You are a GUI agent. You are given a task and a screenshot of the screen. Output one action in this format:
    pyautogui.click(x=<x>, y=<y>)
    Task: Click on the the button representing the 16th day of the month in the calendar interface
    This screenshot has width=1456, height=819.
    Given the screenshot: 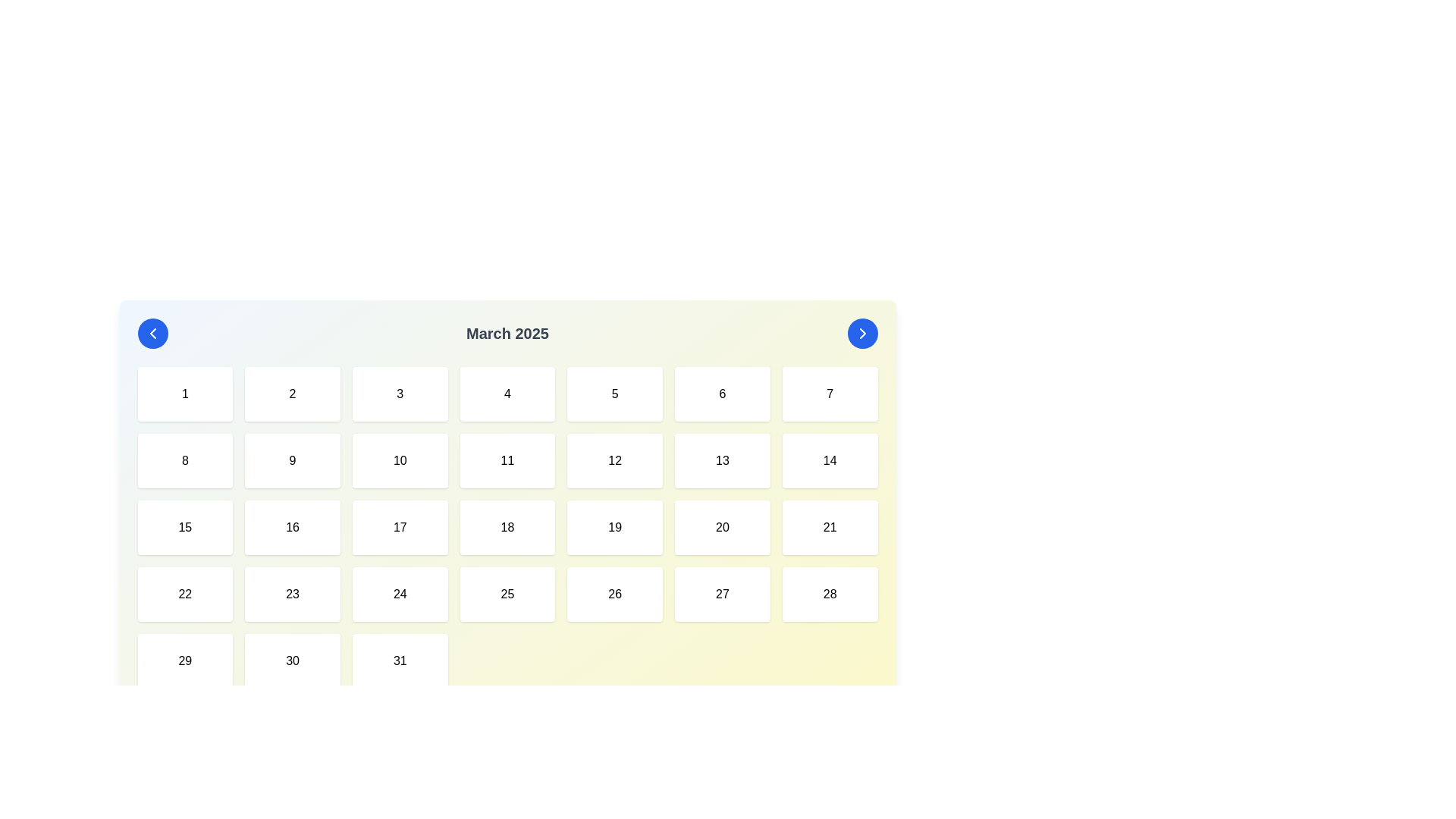 What is the action you would take?
    pyautogui.click(x=293, y=526)
    